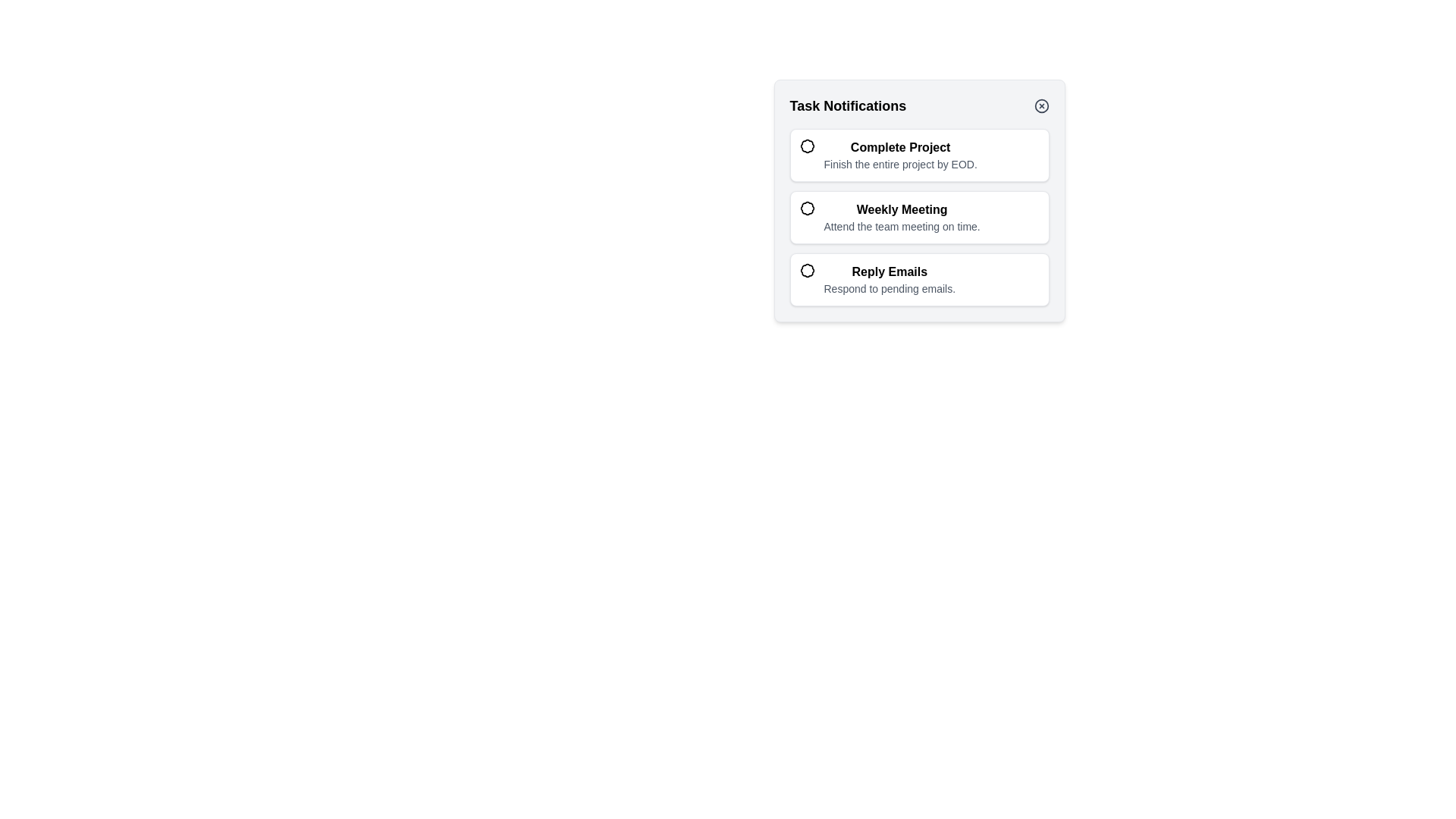  What do you see at coordinates (890, 289) in the screenshot?
I see `the text label displaying 'Respond to pending emails.' which is located directly below the 'Reply Emails' title in the Task Notifications list` at bounding box center [890, 289].